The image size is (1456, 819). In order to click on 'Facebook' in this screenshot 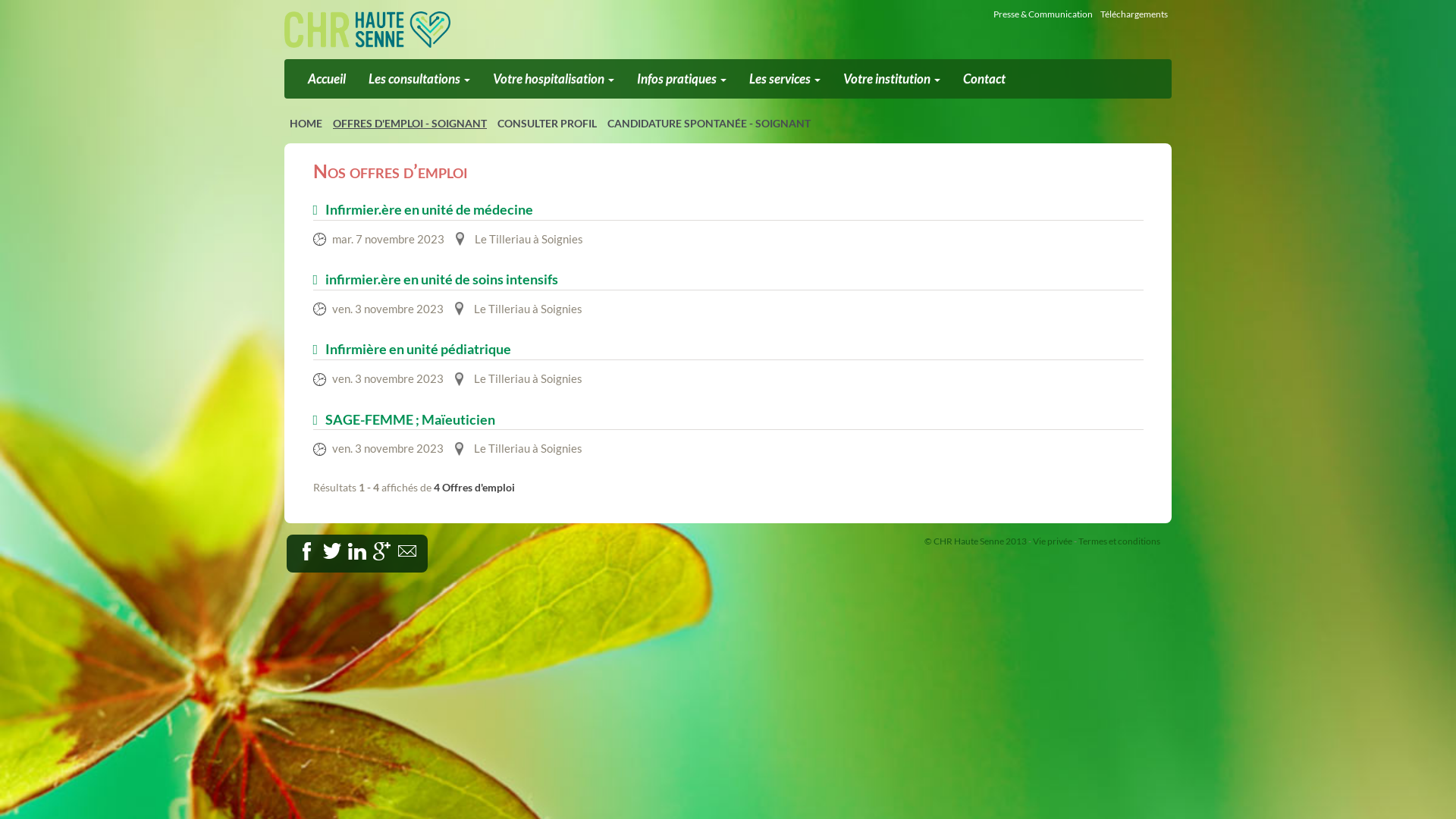, I will do `click(322, 548)`.